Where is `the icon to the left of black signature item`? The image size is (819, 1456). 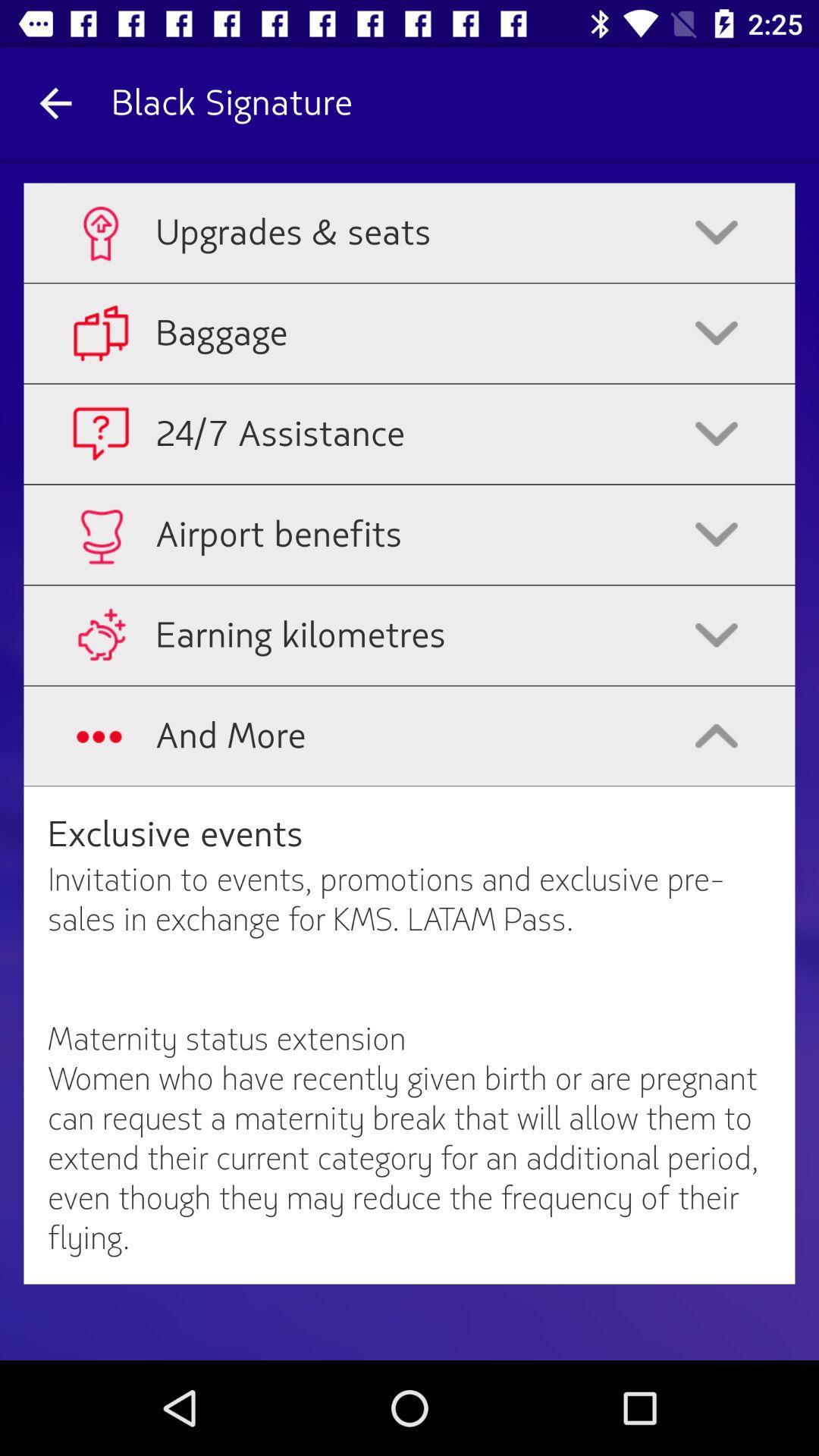 the icon to the left of black signature item is located at coordinates (55, 102).